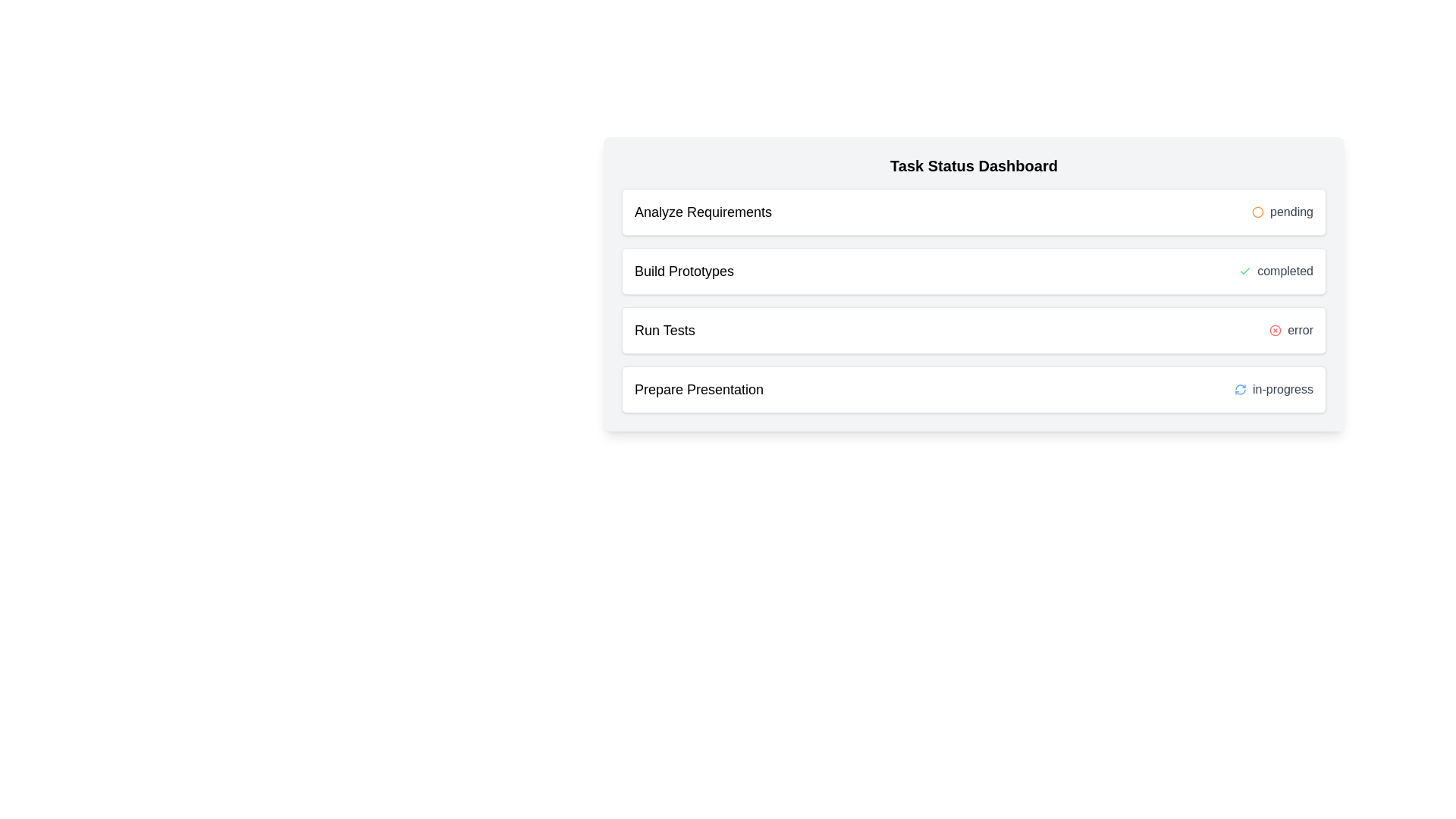 Image resolution: width=1456 pixels, height=819 pixels. What do you see at coordinates (1285, 271) in the screenshot?
I see `the text label indicating that the task 'Build Prototypes' has been completed, located on the right side of the second row of task statuses in the dashboard` at bounding box center [1285, 271].